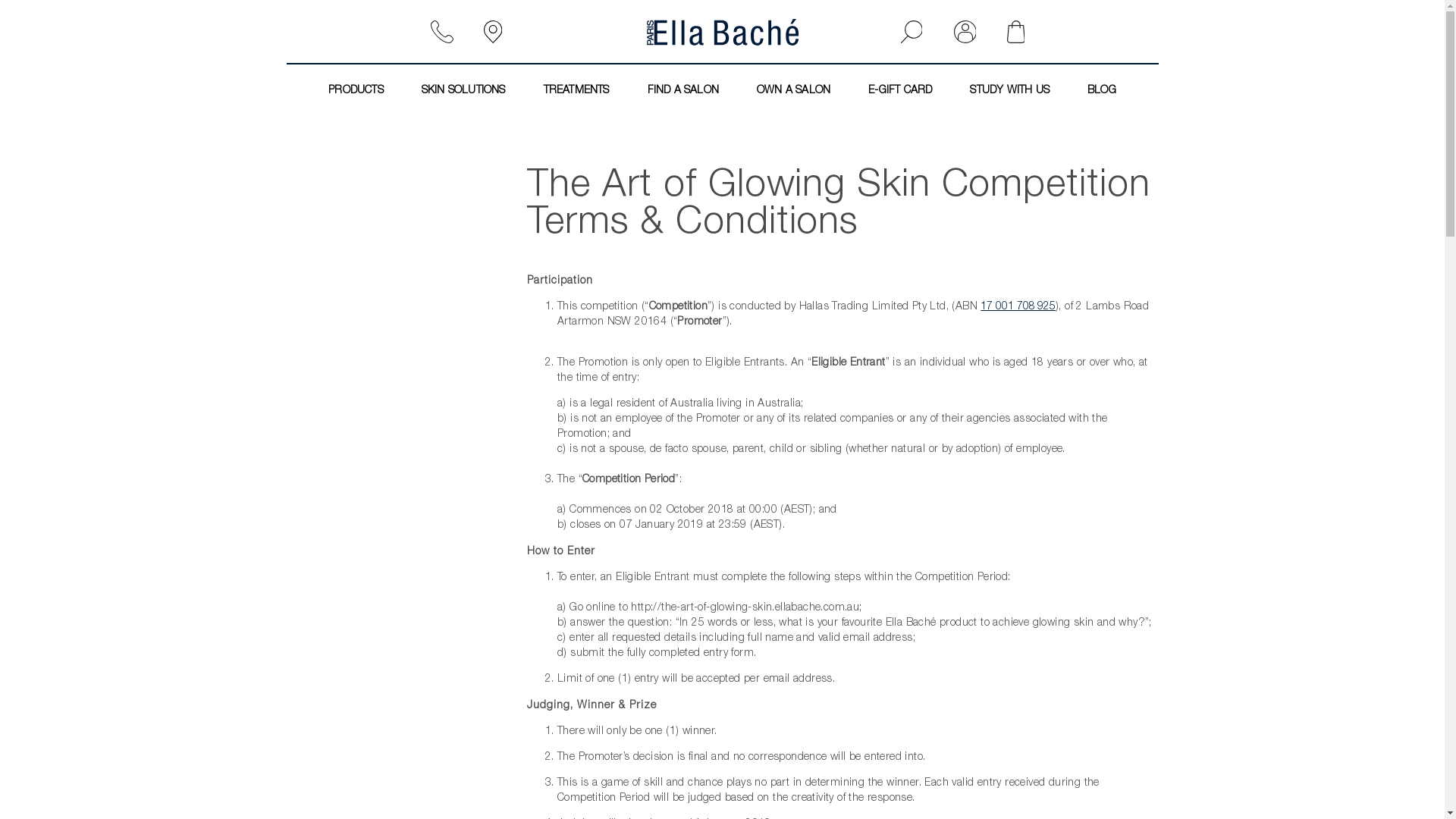  Describe the element at coordinates (447, 32) in the screenshot. I see `'1300 845 259'` at that location.